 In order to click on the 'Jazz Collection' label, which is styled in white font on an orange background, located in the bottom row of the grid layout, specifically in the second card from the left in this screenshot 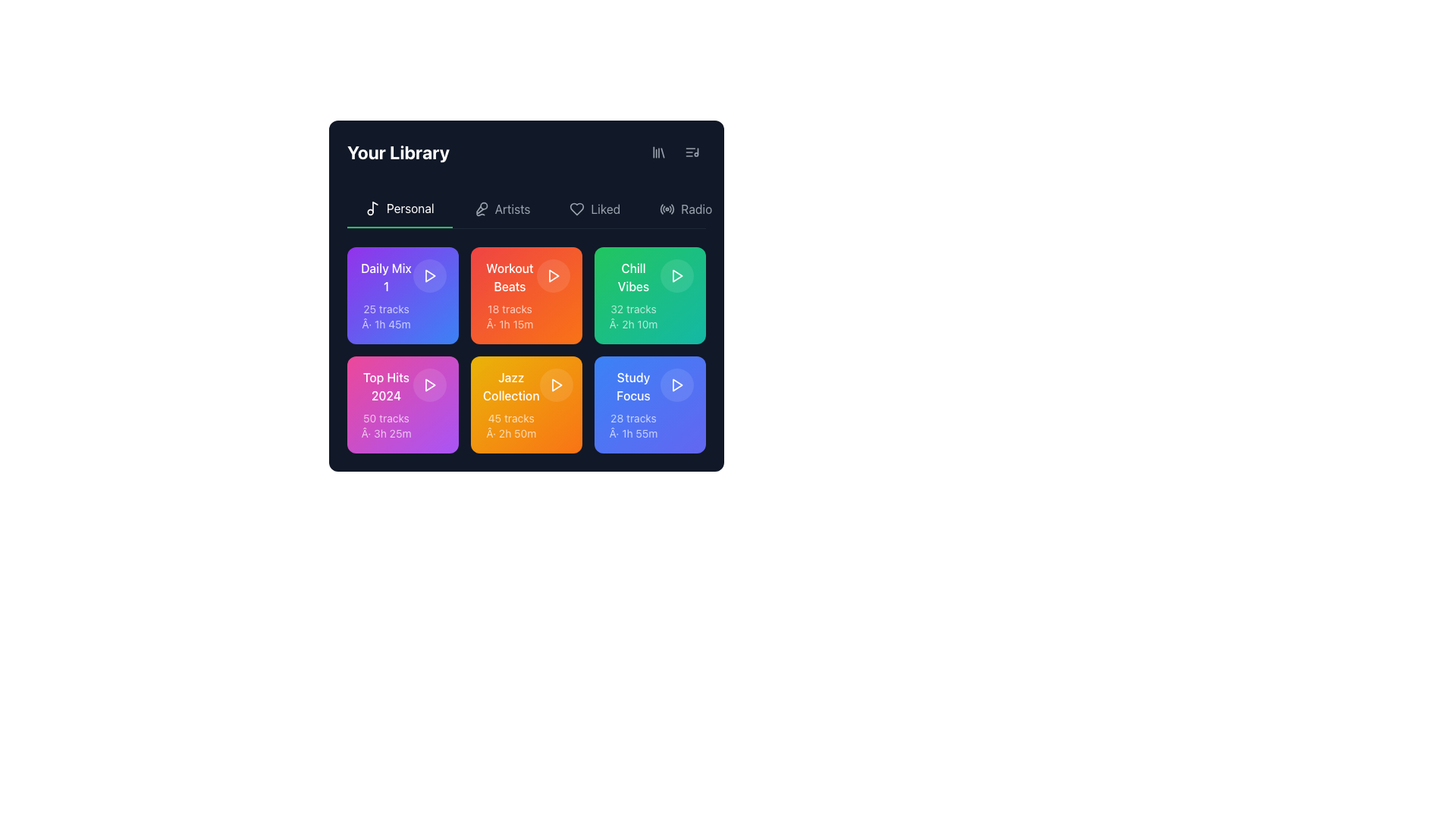, I will do `click(511, 385)`.